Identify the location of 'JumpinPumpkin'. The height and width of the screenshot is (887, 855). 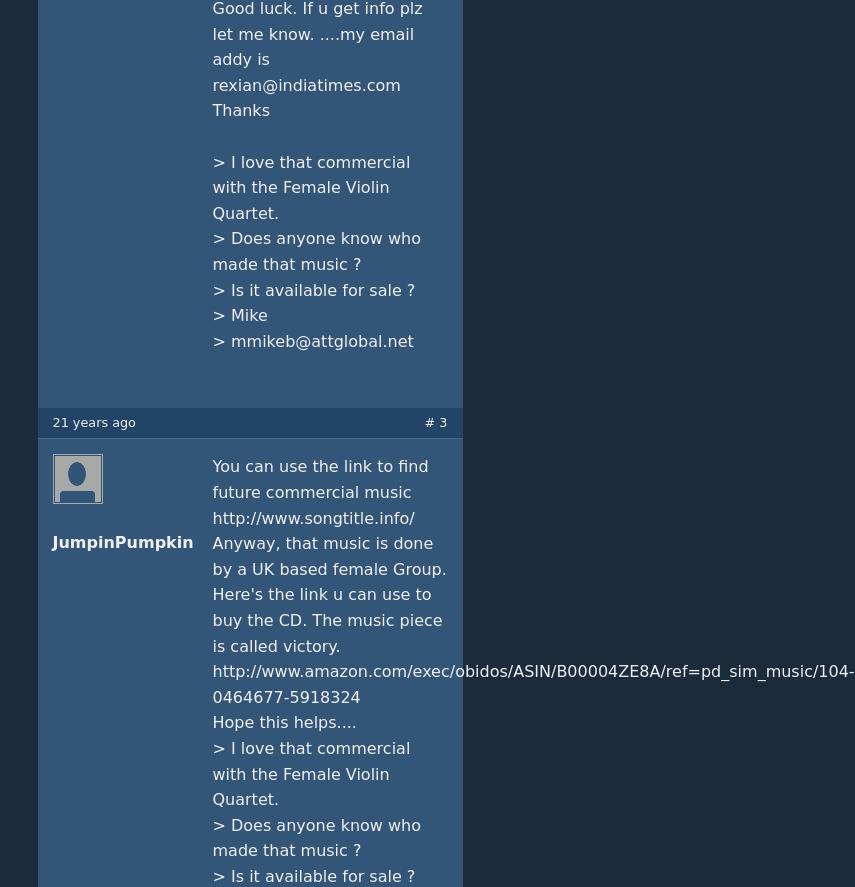
(121, 542).